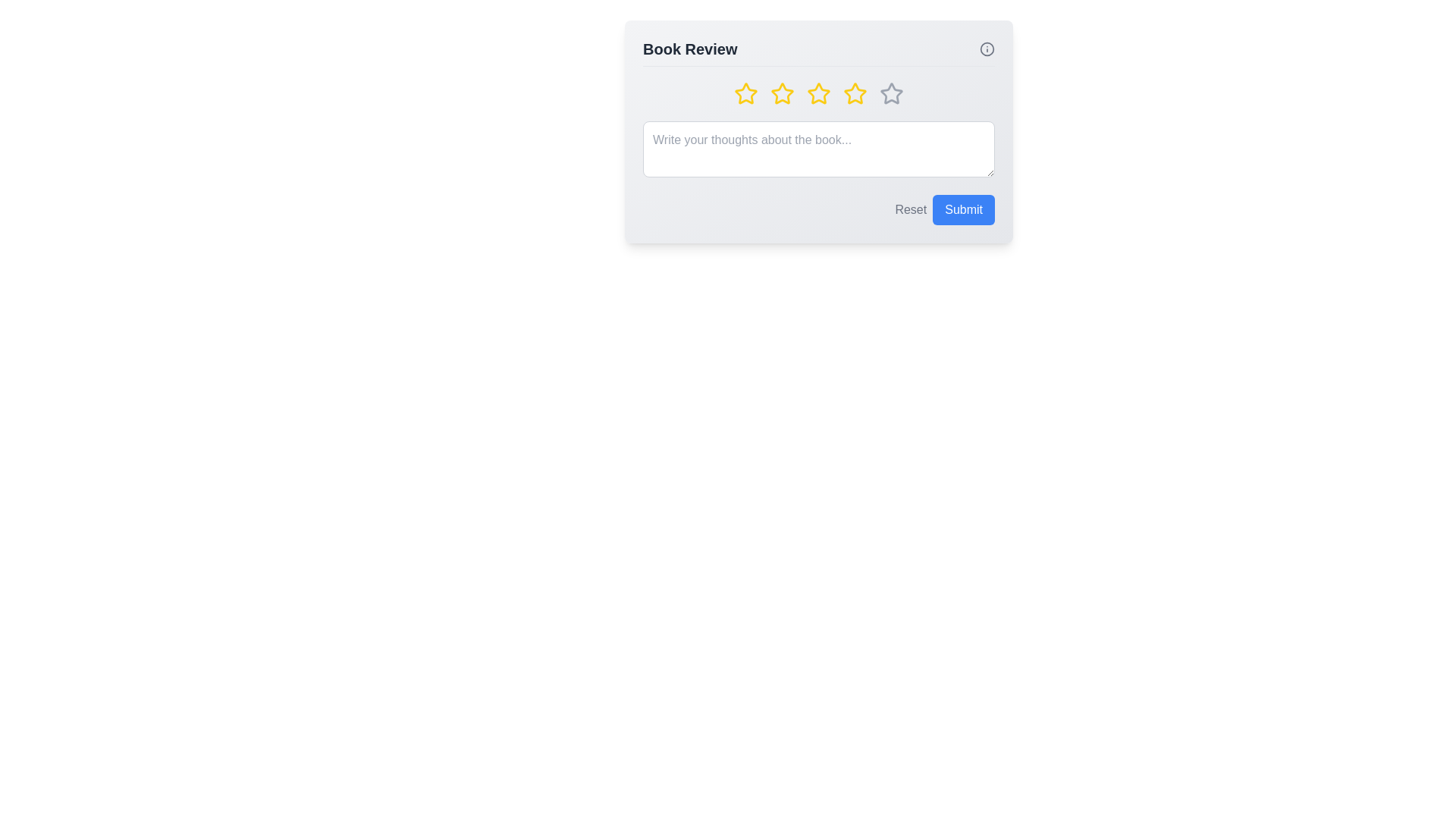  I want to click on the star corresponding to 4 to preview the rating, so click(855, 93).